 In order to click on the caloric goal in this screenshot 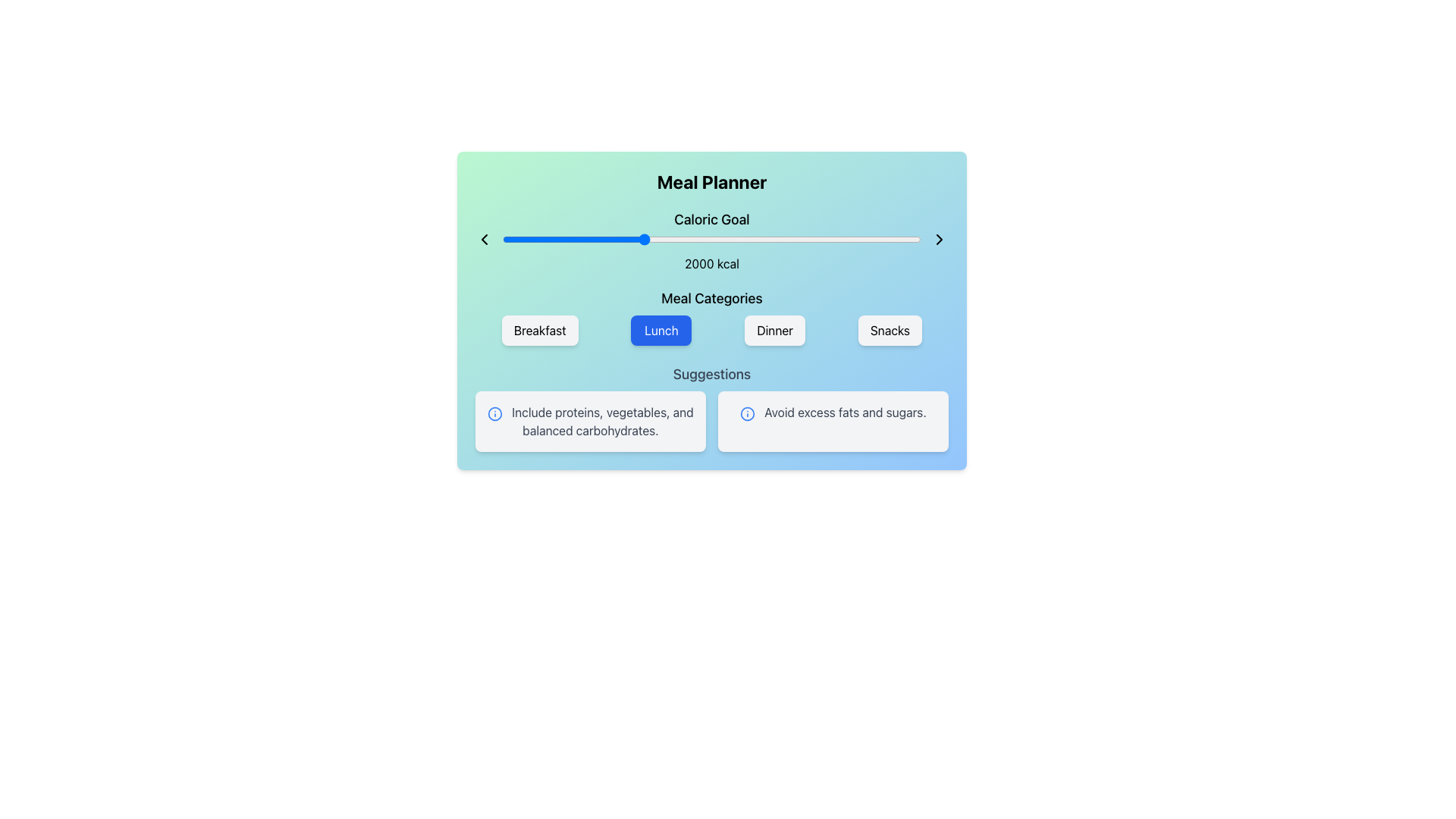, I will do `click(780, 239)`.